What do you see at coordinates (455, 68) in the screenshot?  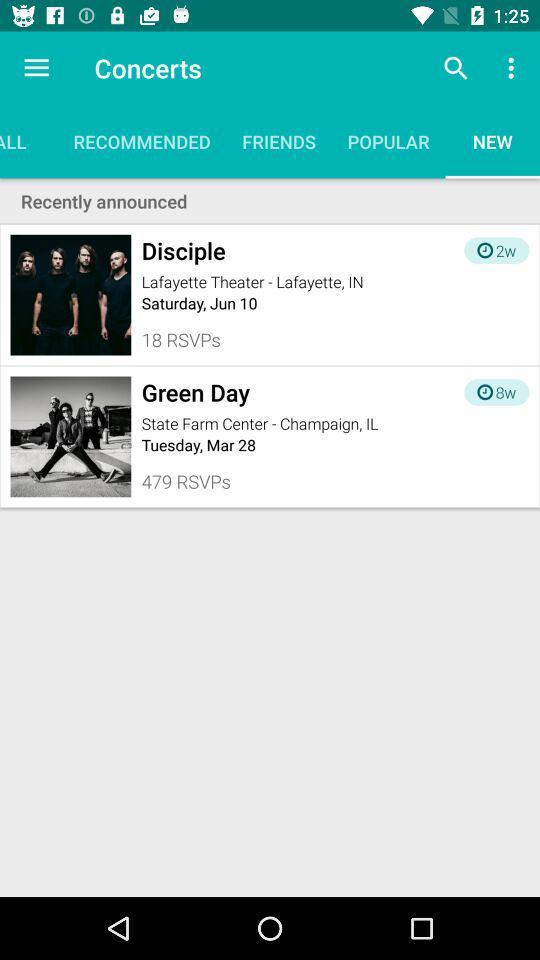 I see `the item next to concerts item` at bounding box center [455, 68].